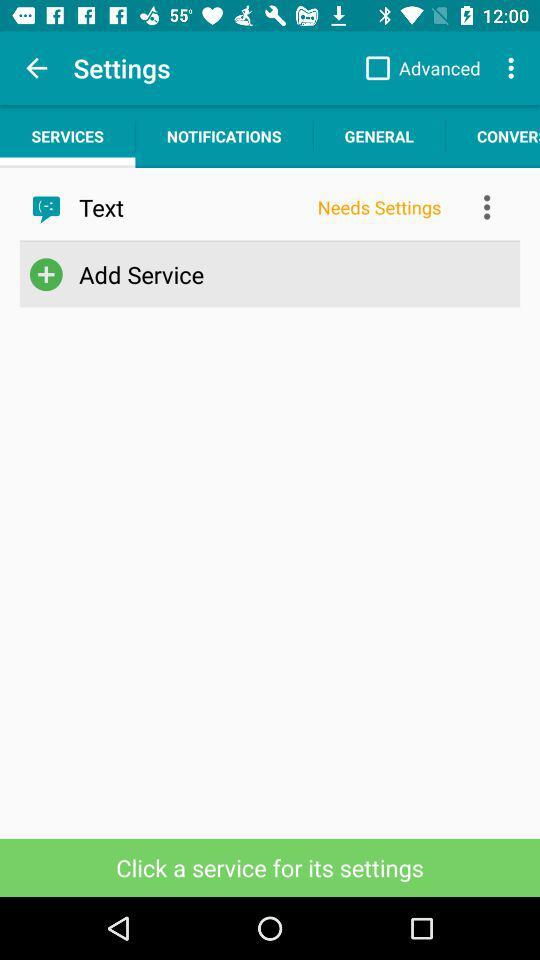 This screenshot has width=540, height=960. Describe the element at coordinates (417, 68) in the screenshot. I see `the advanced item` at that location.